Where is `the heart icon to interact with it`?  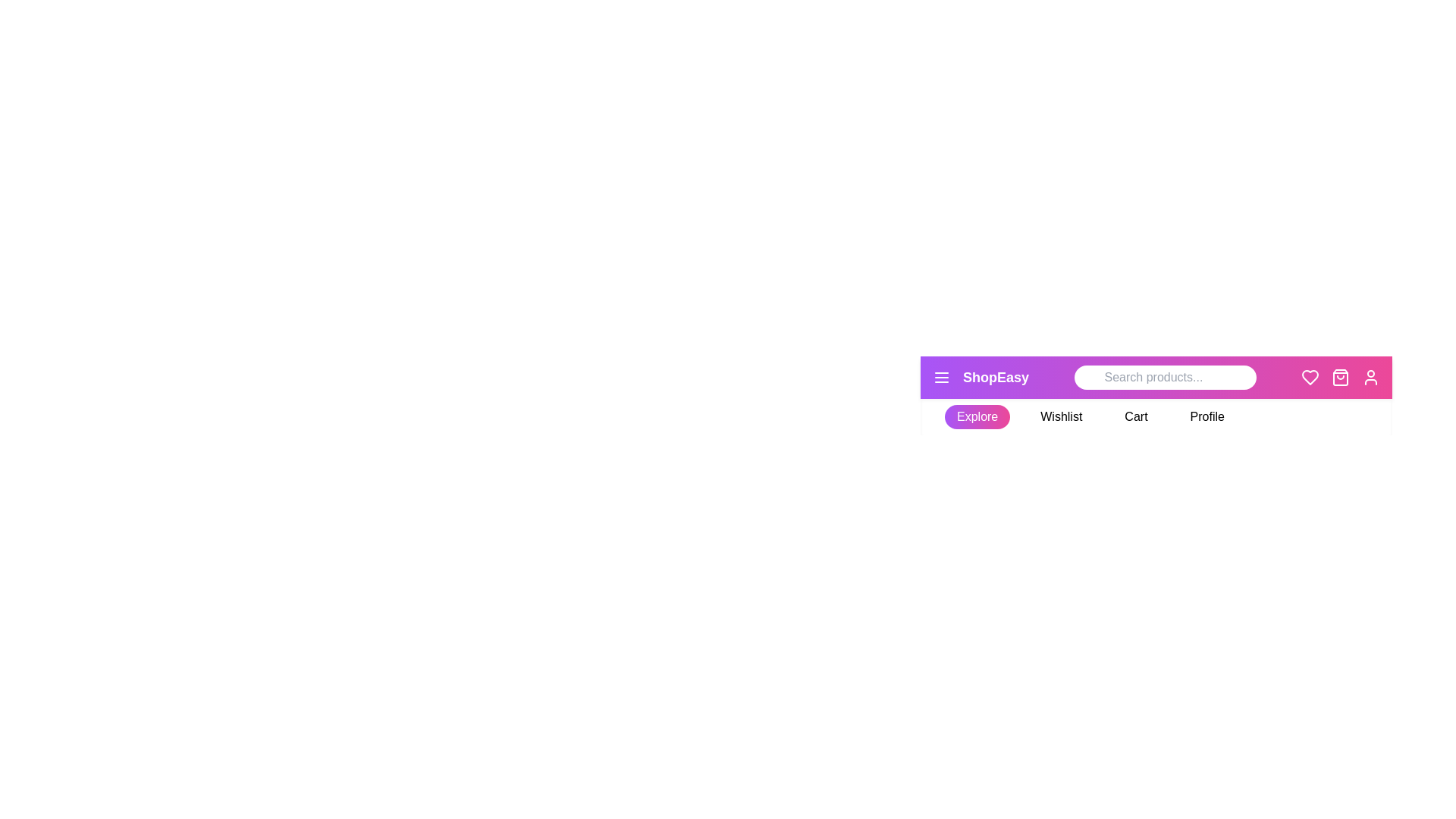
the heart icon to interact with it is located at coordinates (1310, 376).